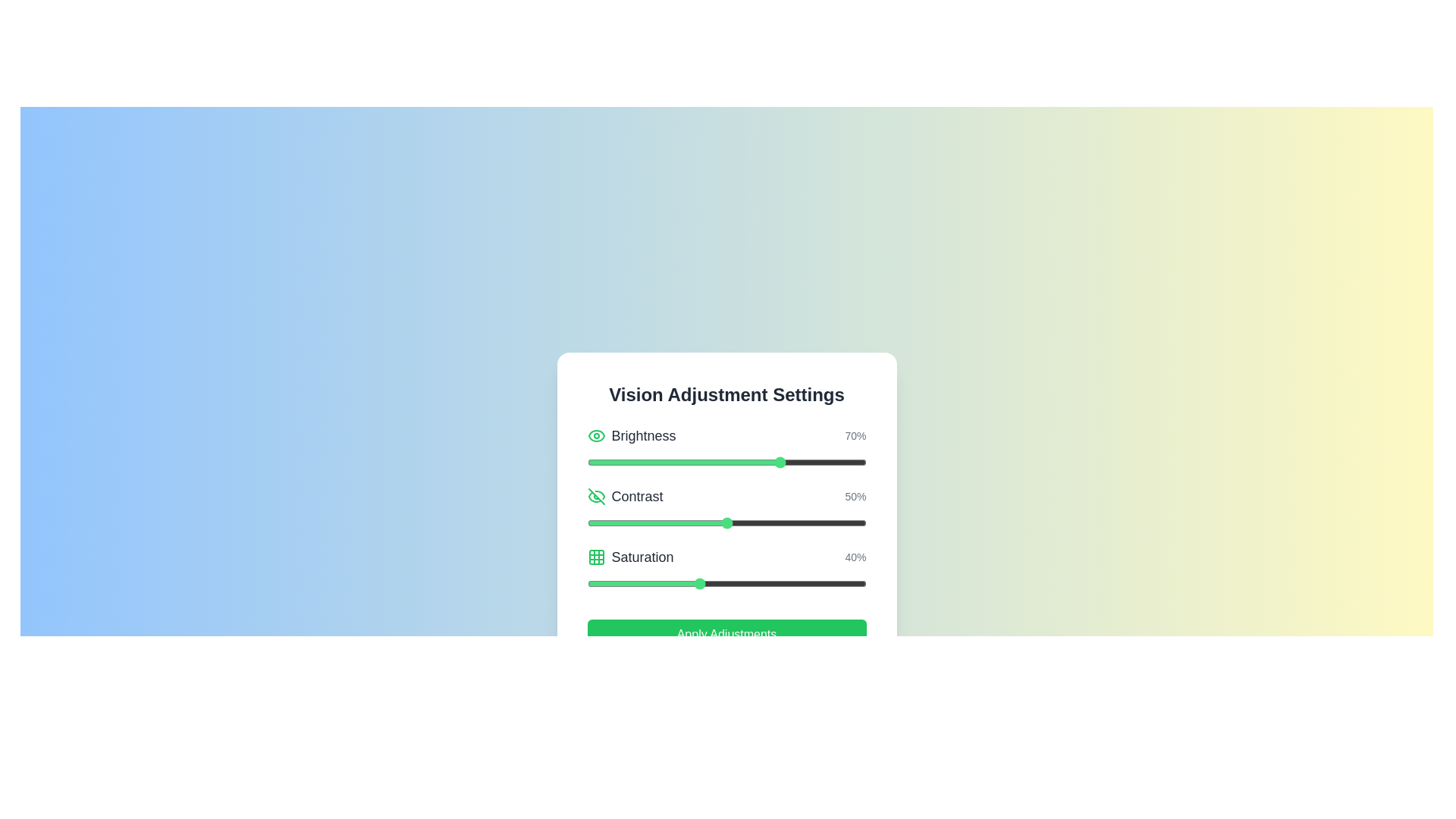  Describe the element at coordinates (689, 583) in the screenshot. I see `the saturation slider to set the saturation level to 37%` at that location.